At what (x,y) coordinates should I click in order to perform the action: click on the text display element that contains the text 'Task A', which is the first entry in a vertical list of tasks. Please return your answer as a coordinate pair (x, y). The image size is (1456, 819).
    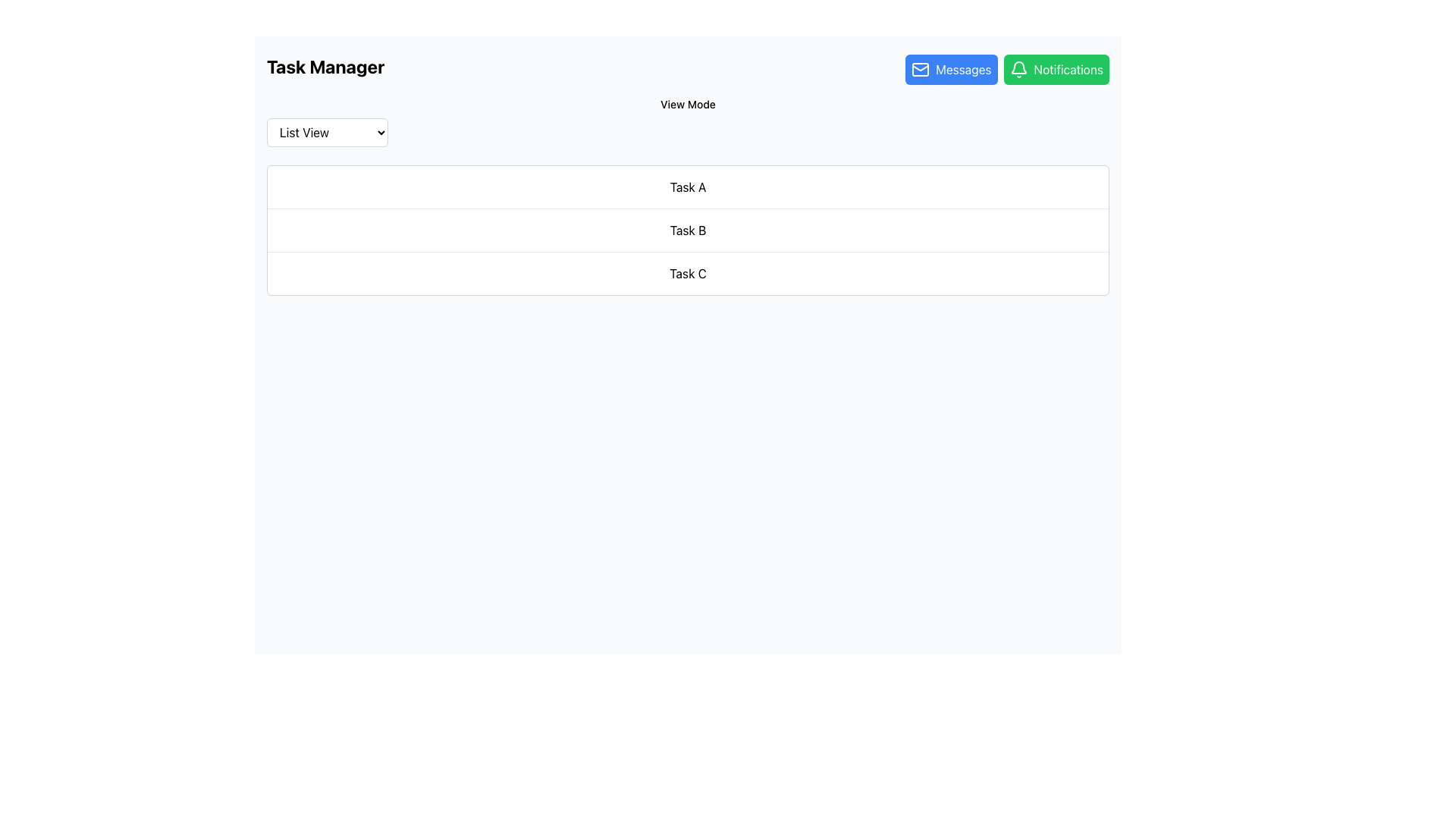
    Looking at the image, I should click on (687, 186).